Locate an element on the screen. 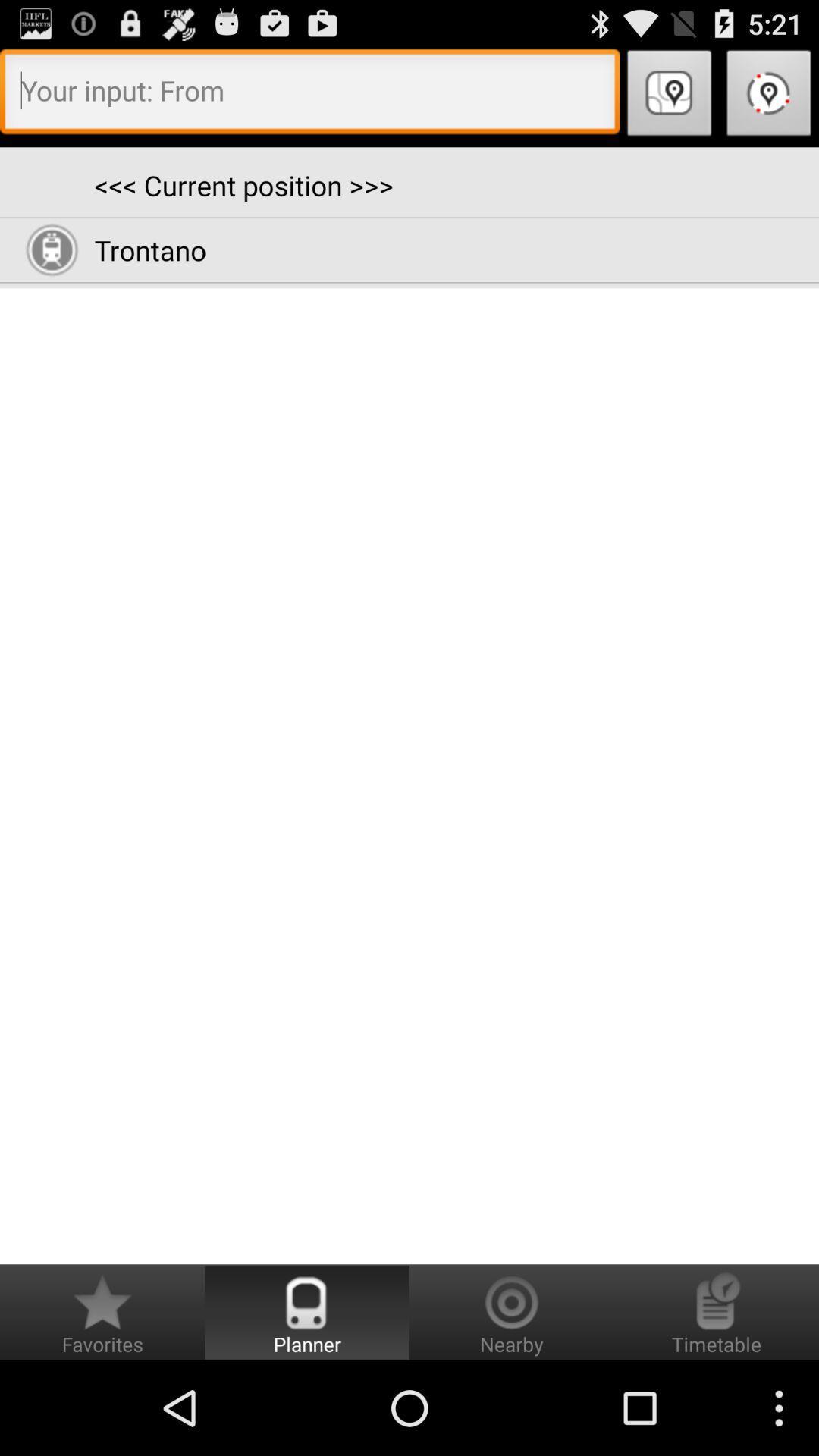  the location icon is located at coordinates (669, 103).